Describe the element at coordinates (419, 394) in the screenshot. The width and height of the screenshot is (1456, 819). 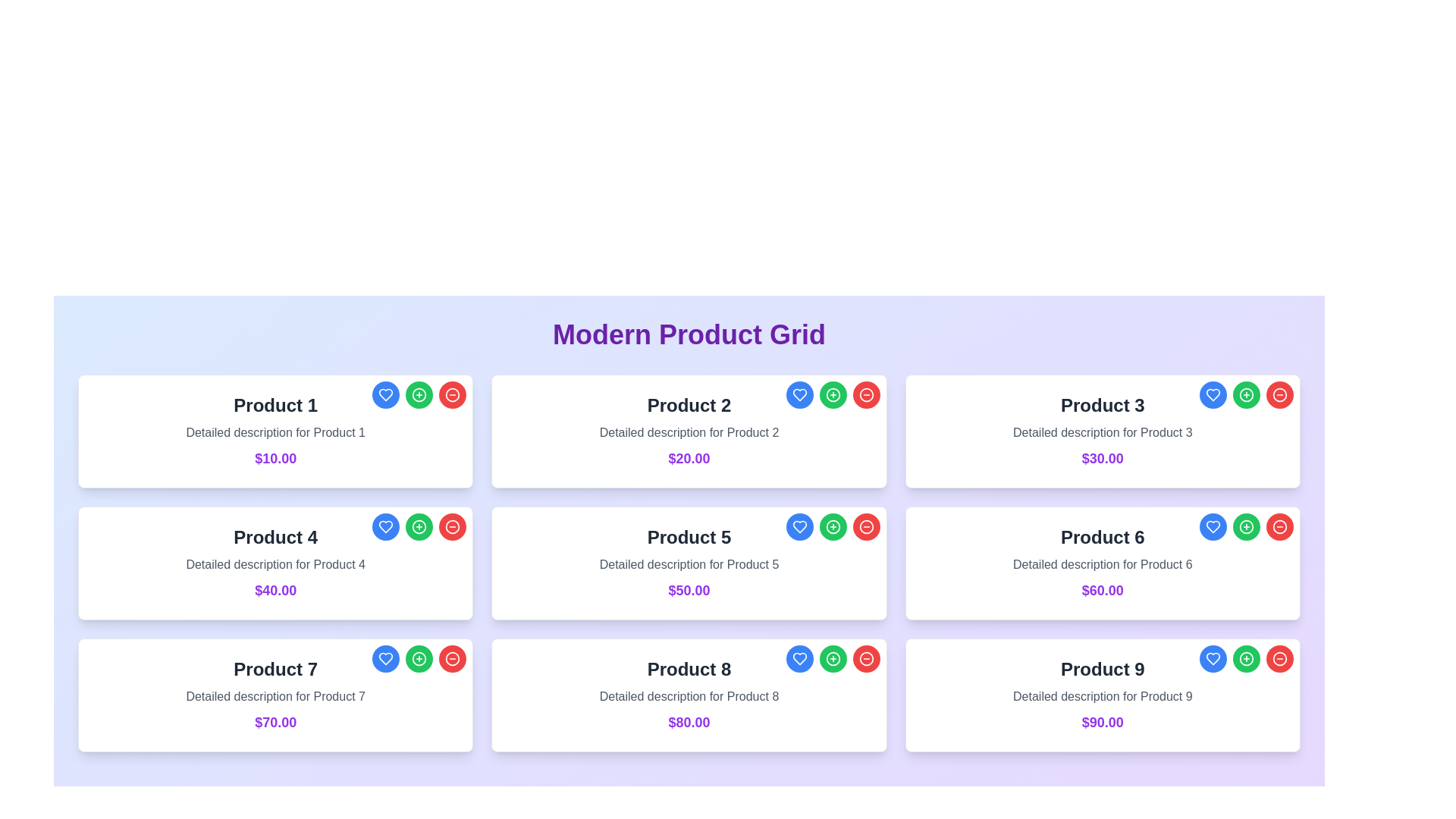
I see `the 'Add' button located under 'Product 1'` at that location.